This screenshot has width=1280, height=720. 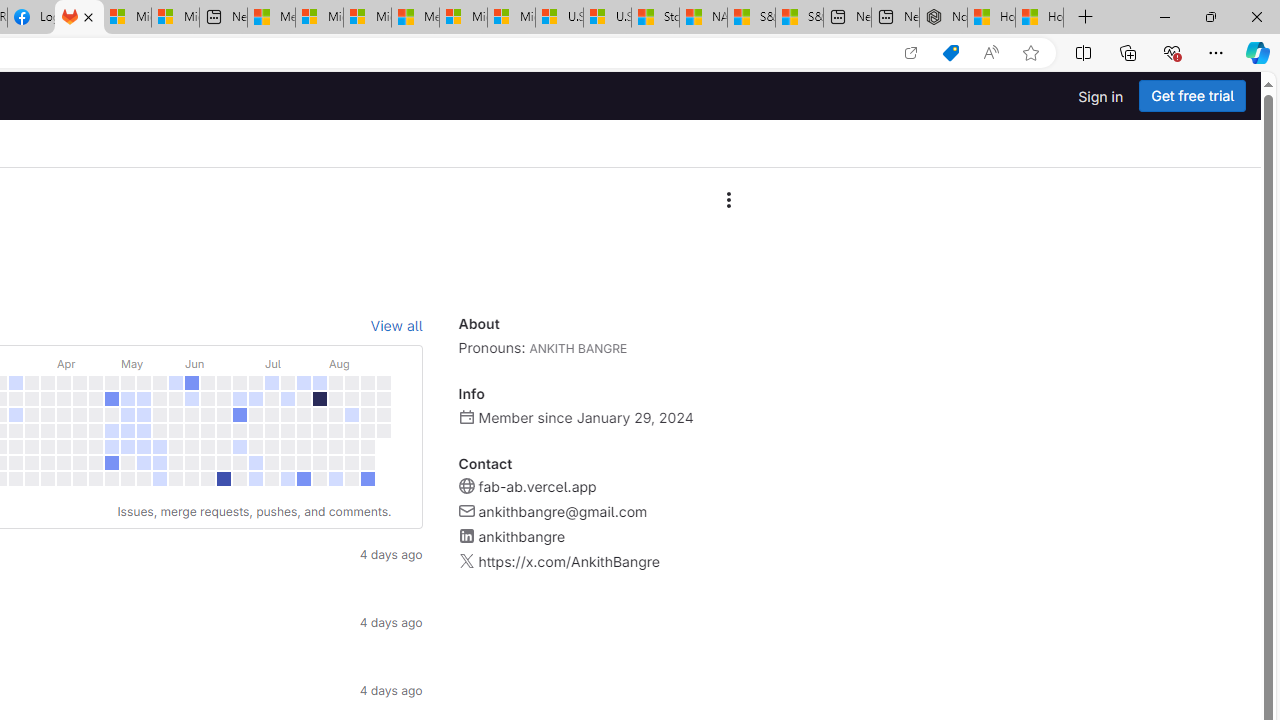 What do you see at coordinates (536, 487) in the screenshot?
I see `'fab-ab.vercel.app'` at bounding box center [536, 487].